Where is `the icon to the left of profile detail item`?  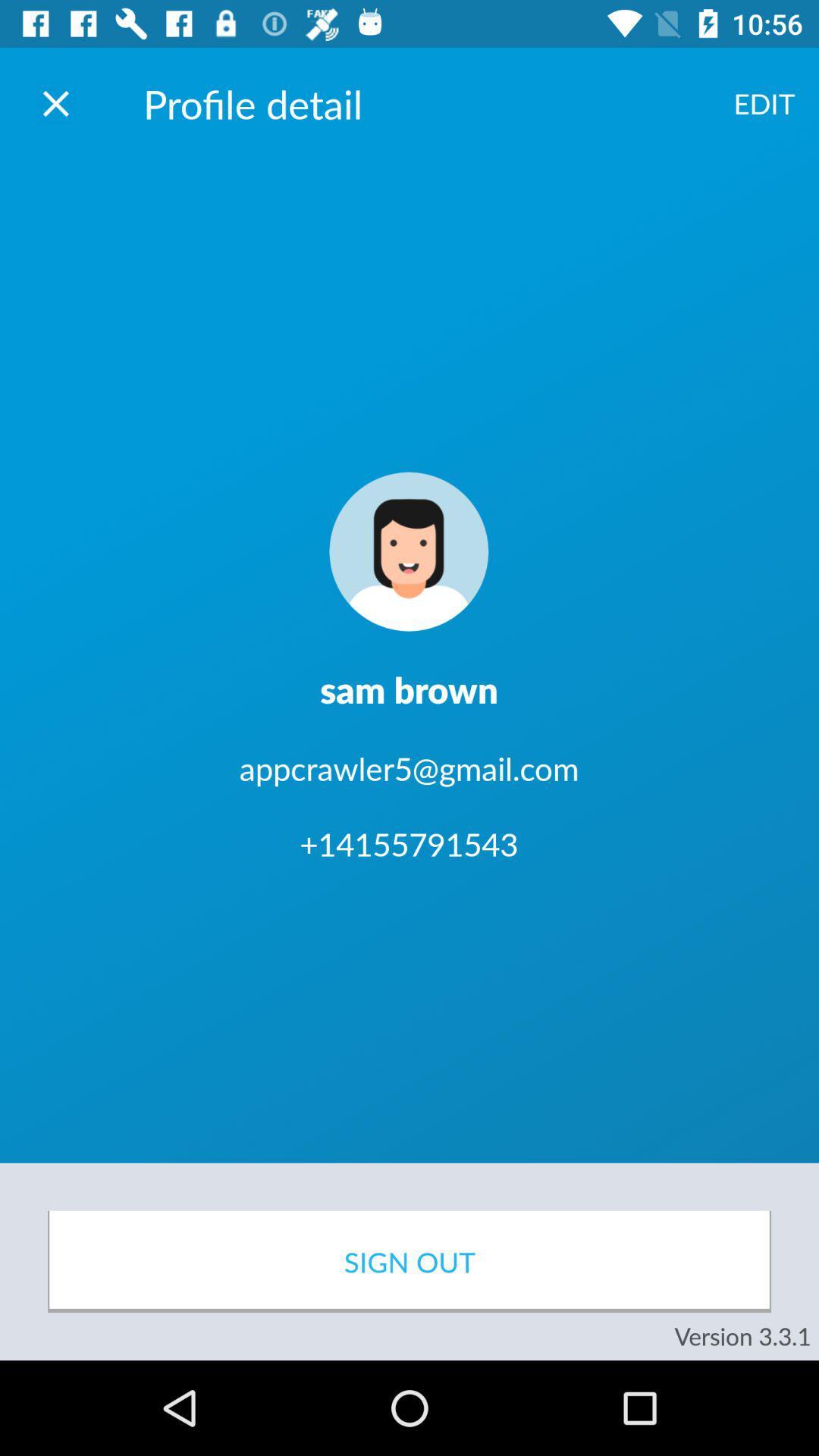 the icon to the left of profile detail item is located at coordinates (55, 102).